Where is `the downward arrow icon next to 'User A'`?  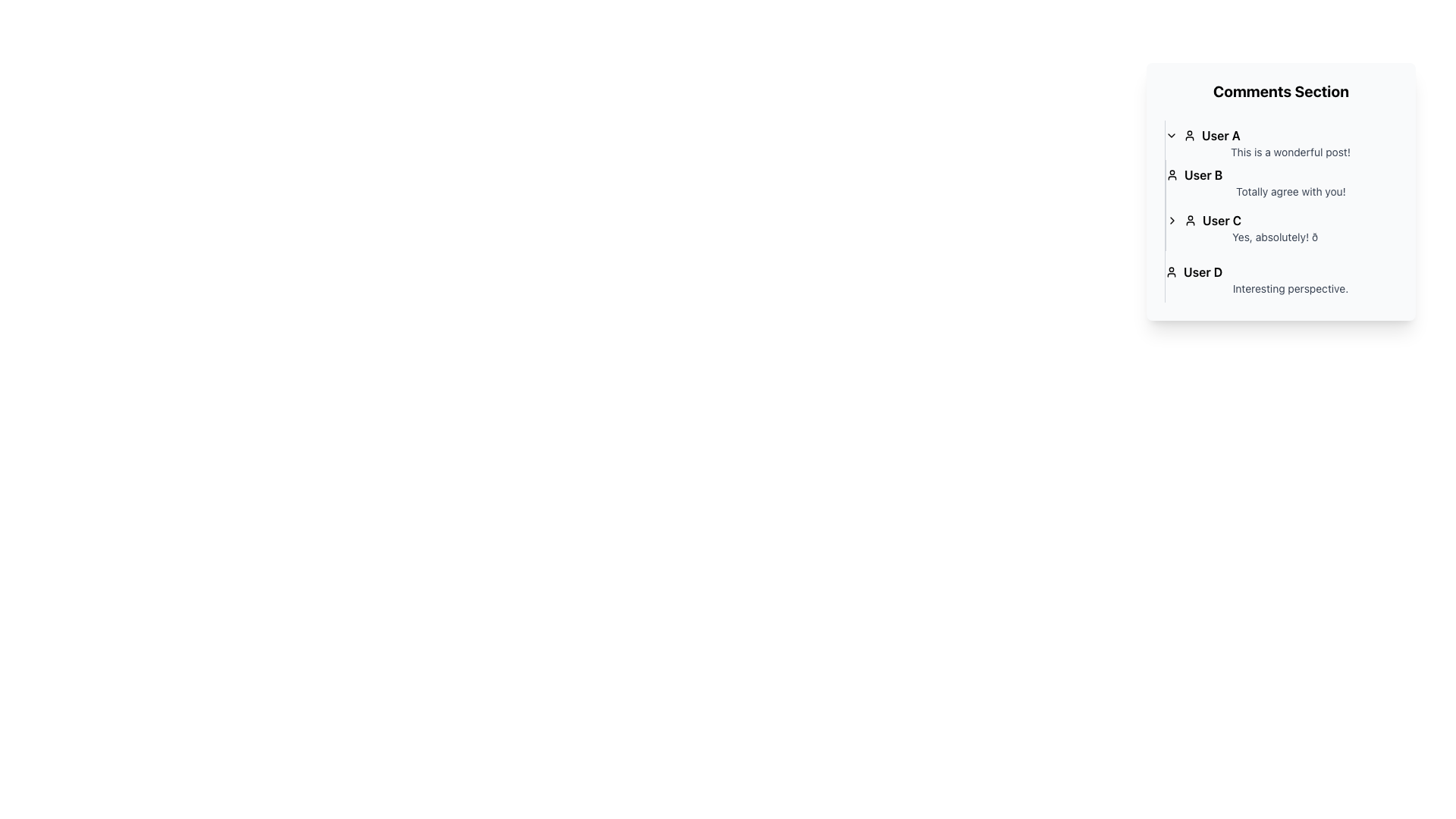
the downward arrow icon next to 'User A' is located at coordinates (1171, 134).